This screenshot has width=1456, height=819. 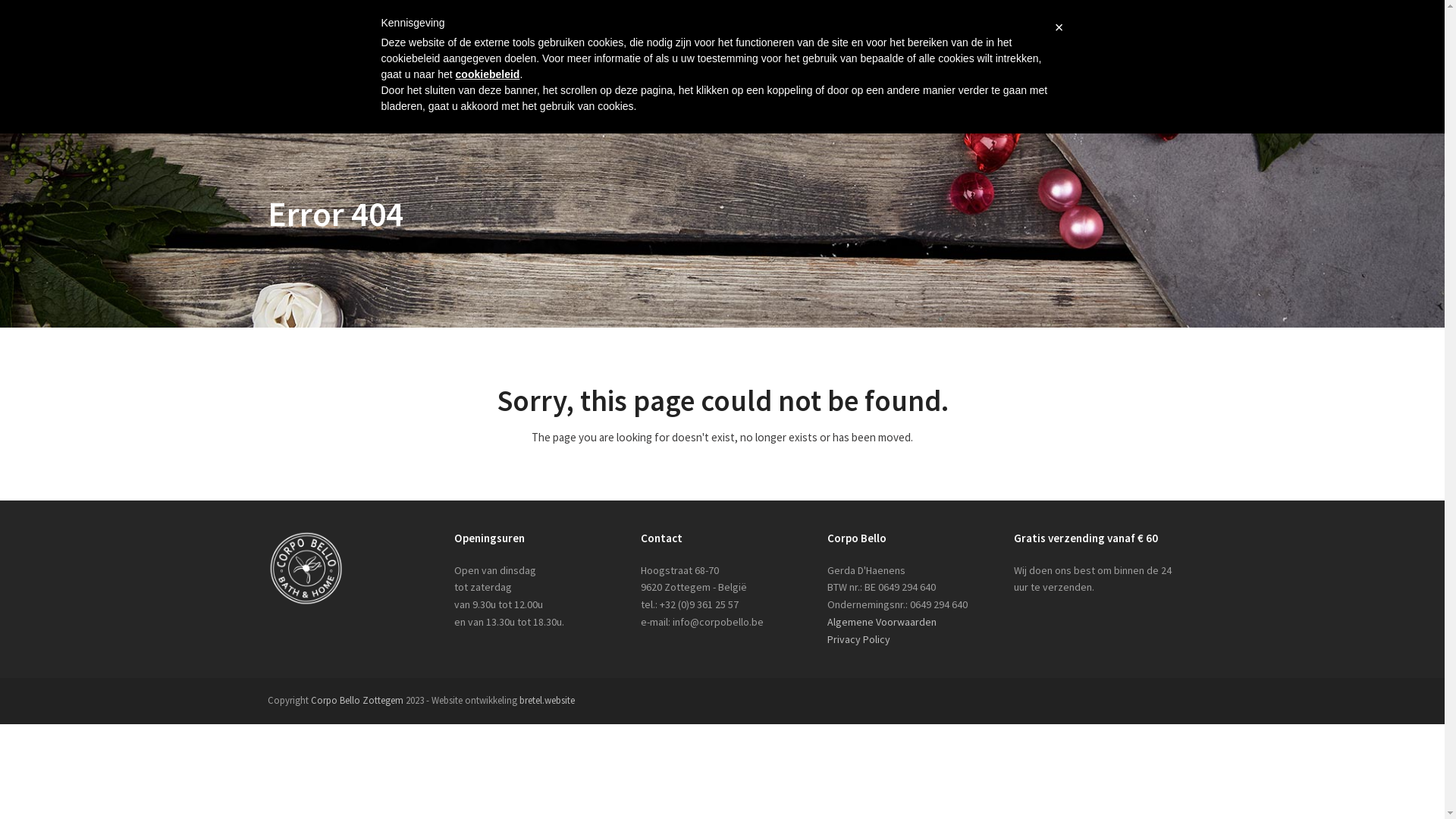 I want to click on 'bretel.website', so click(x=546, y=700).